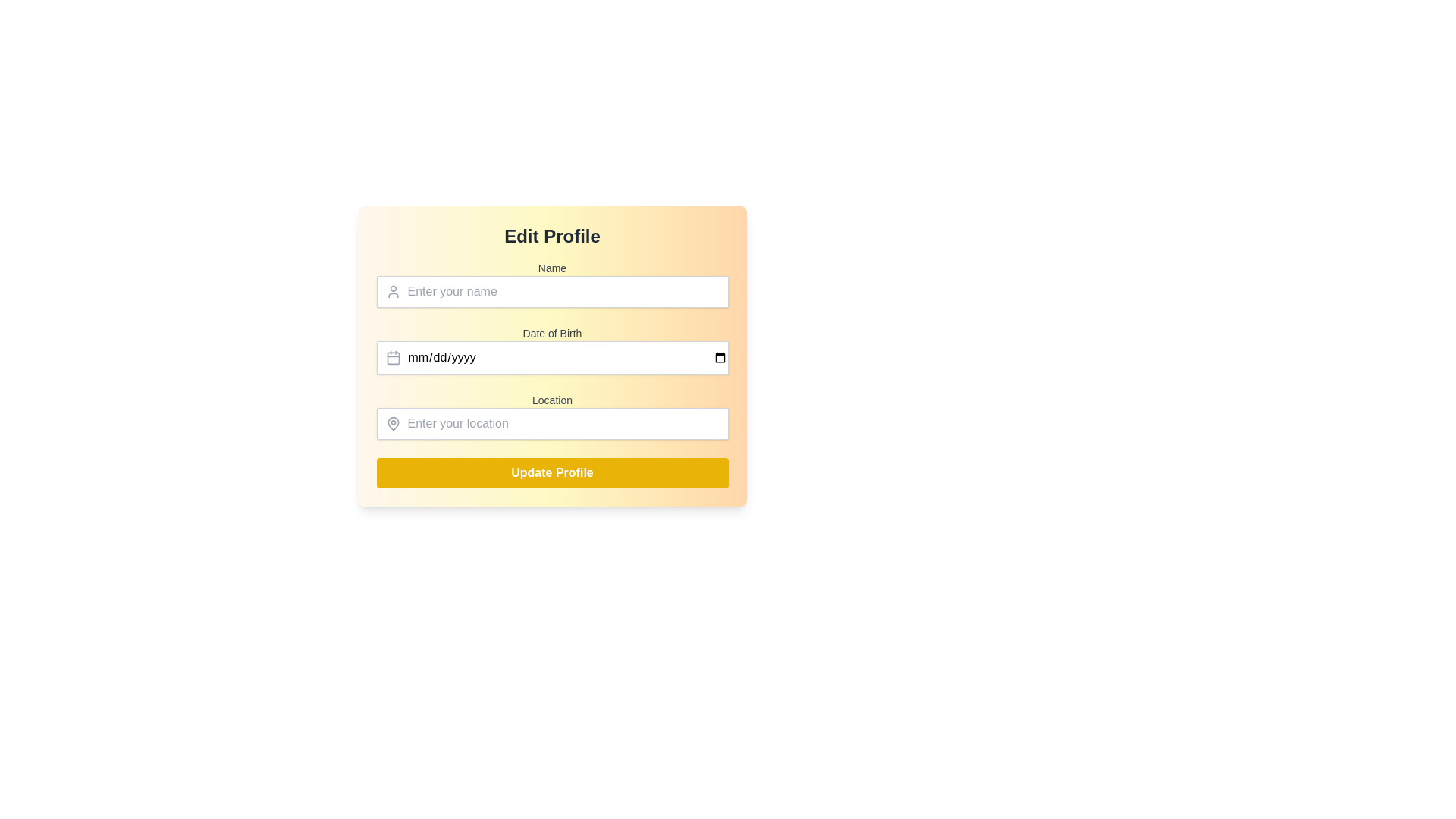 This screenshot has width=1456, height=819. What do you see at coordinates (551, 357) in the screenshot?
I see `the date input field labeled 'Date of Birth' to focus on it` at bounding box center [551, 357].